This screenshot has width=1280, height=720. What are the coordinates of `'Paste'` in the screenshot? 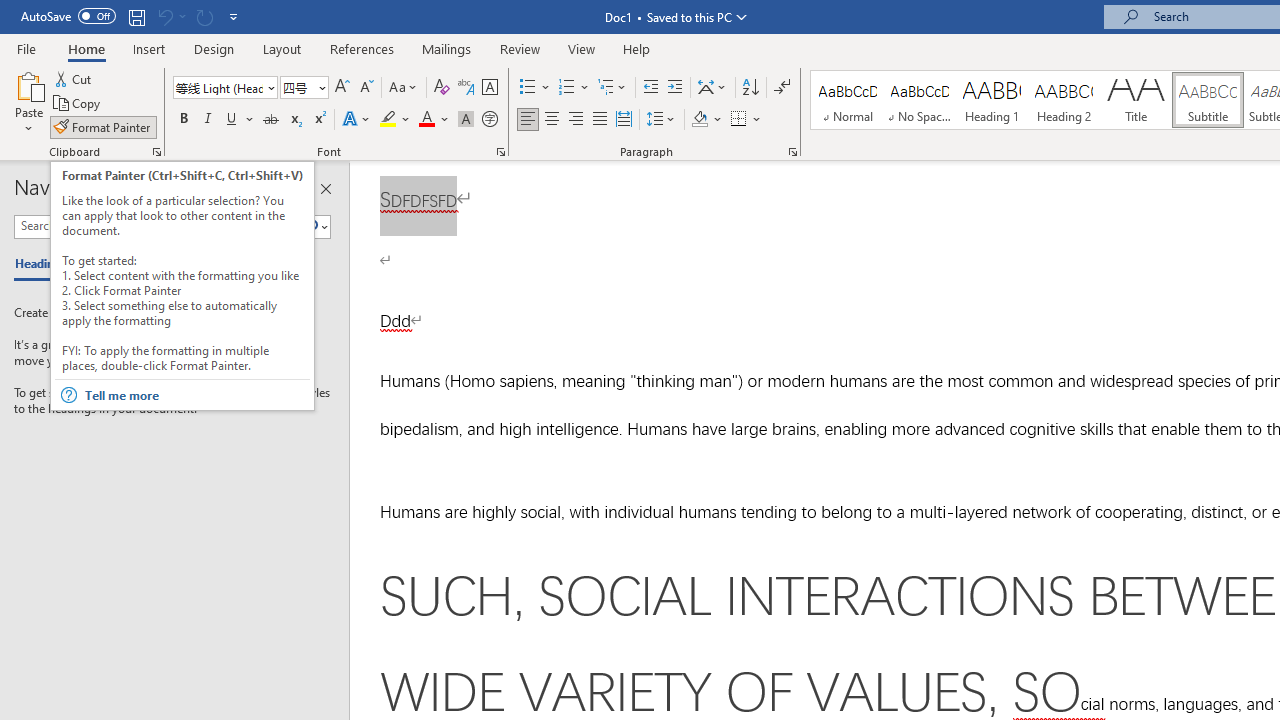 It's located at (28, 103).